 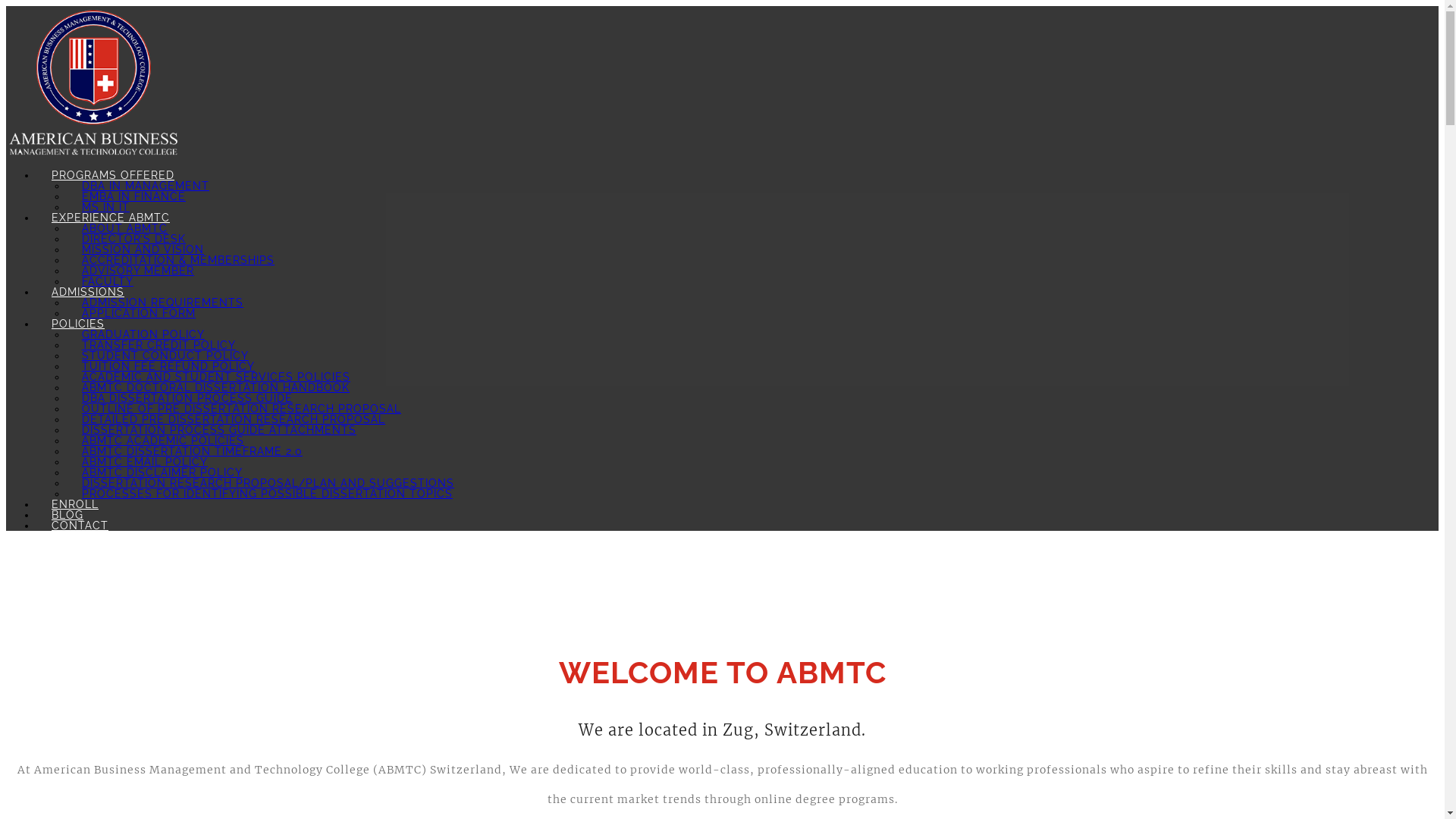 I want to click on 'DBA IN MANAGEMENT', so click(x=146, y=185).